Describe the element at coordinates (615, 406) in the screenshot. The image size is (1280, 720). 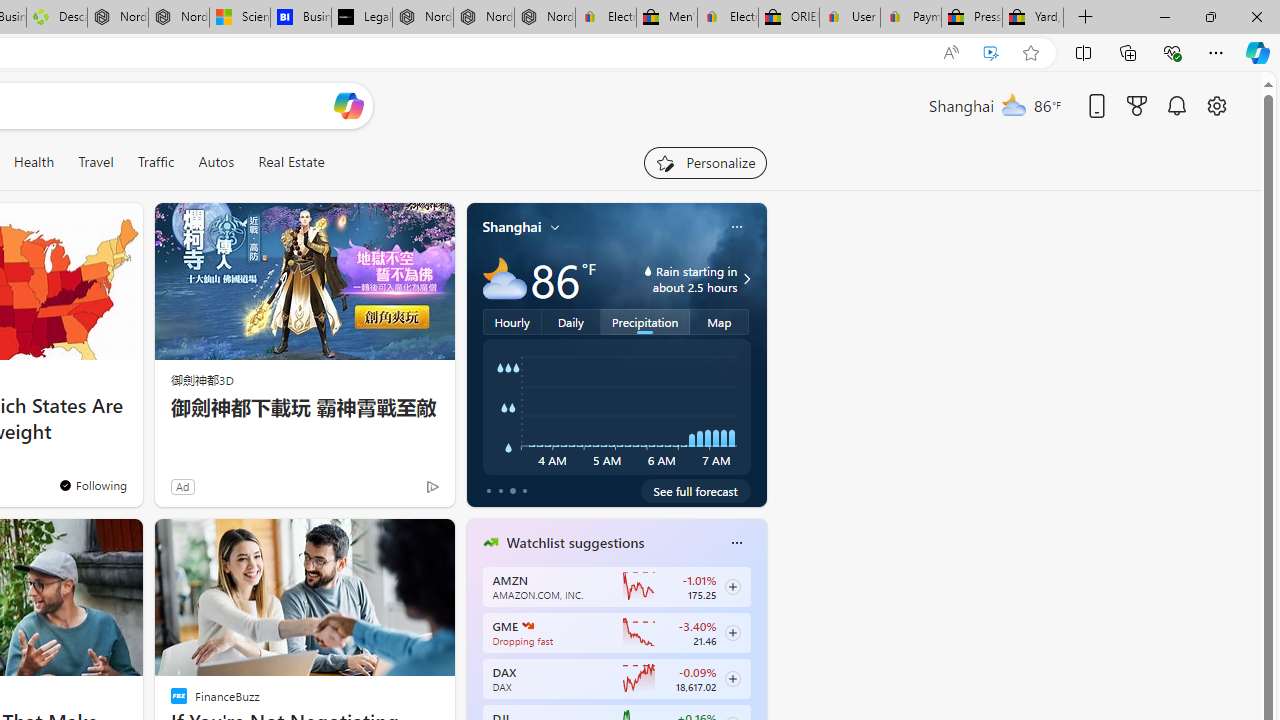
I see `'4 AM 5 AM 6 AM 7 AM'` at that location.